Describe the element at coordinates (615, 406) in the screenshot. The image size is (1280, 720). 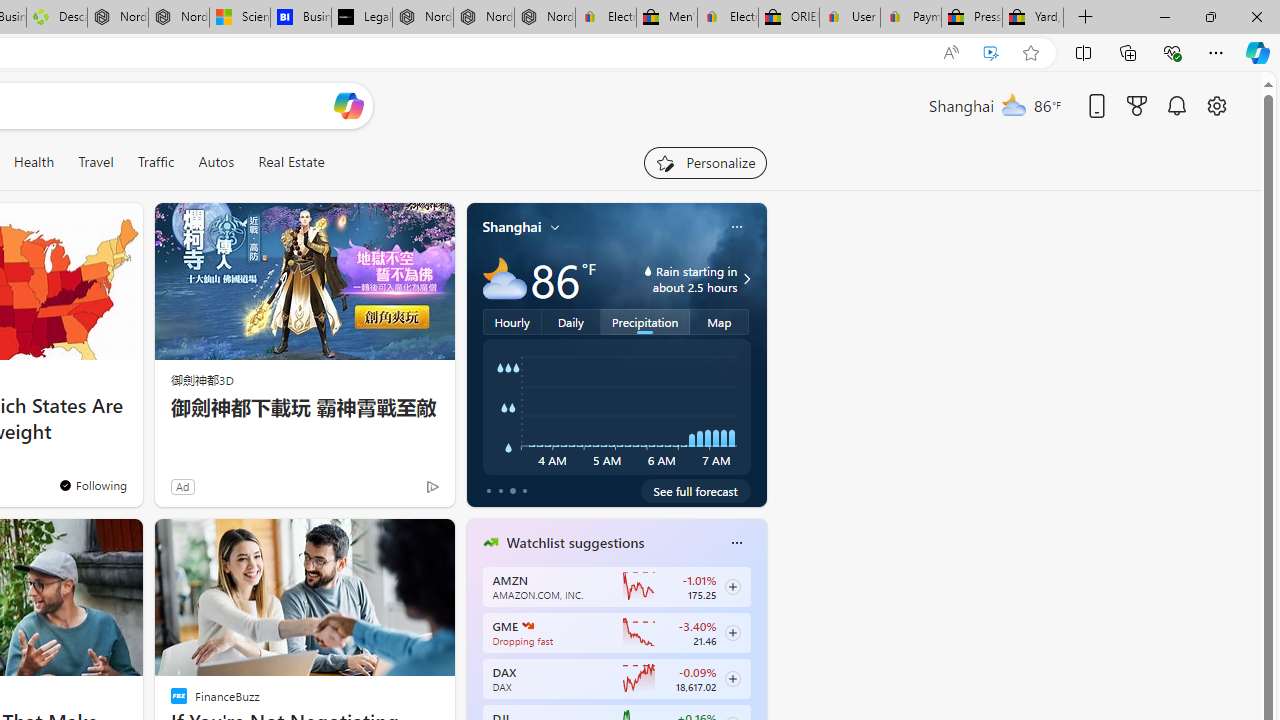
I see `'4 AM 5 AM 6 AM 7 AM'` at that location.